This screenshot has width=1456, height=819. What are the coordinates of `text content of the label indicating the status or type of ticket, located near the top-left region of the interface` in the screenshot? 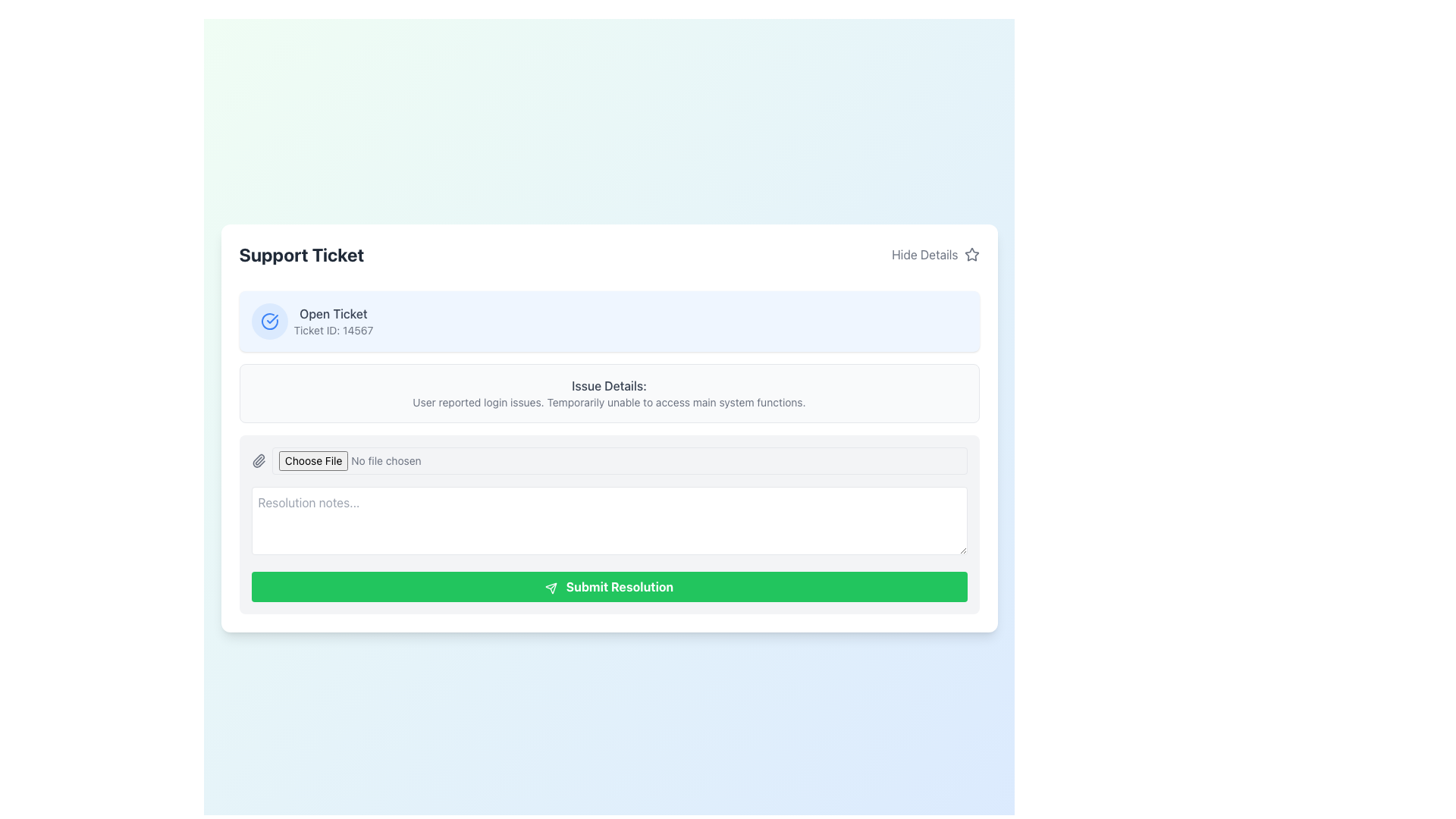 It's located at (333, 312).